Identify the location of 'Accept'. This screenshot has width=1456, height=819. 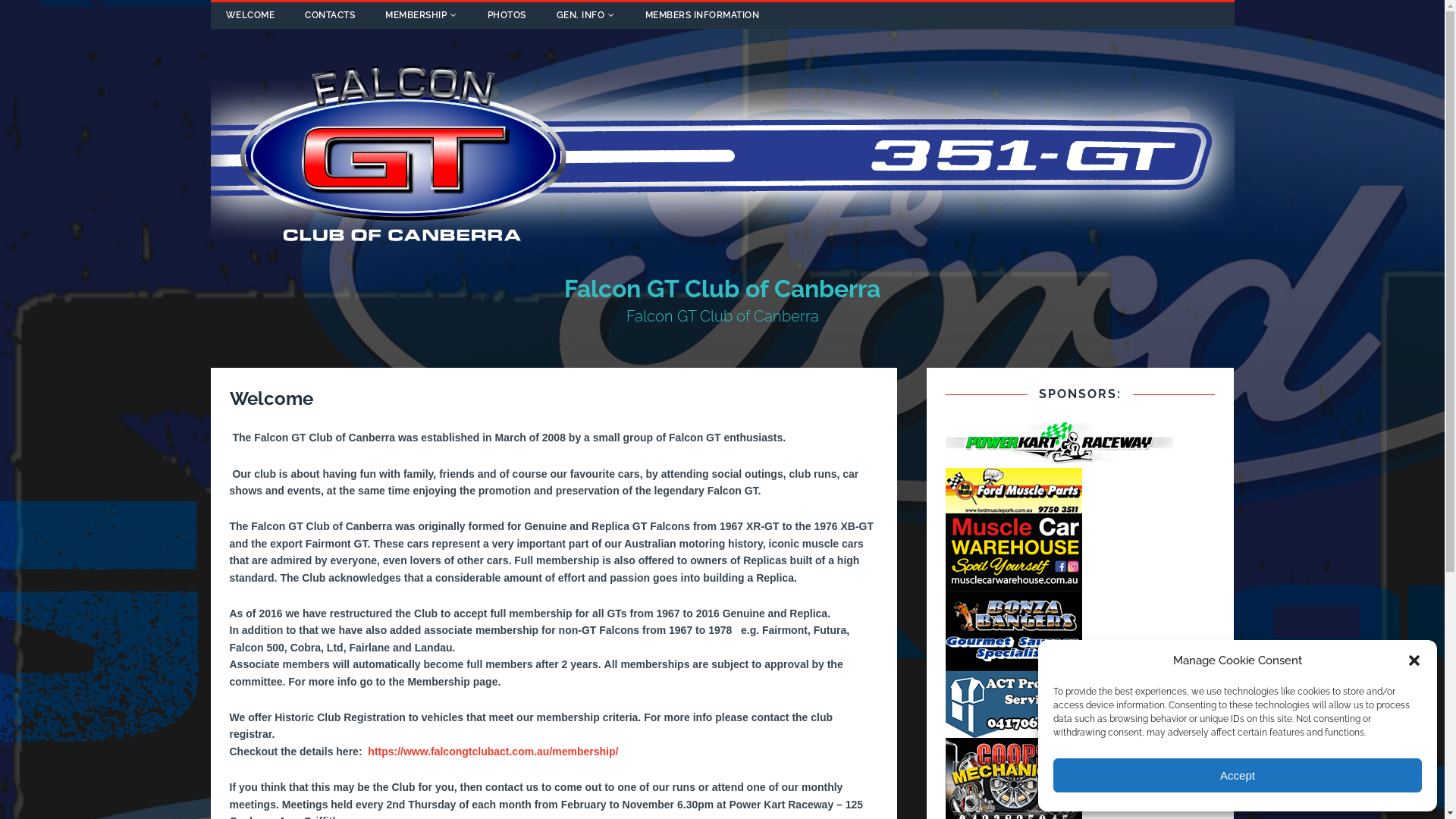
(1238, 775).